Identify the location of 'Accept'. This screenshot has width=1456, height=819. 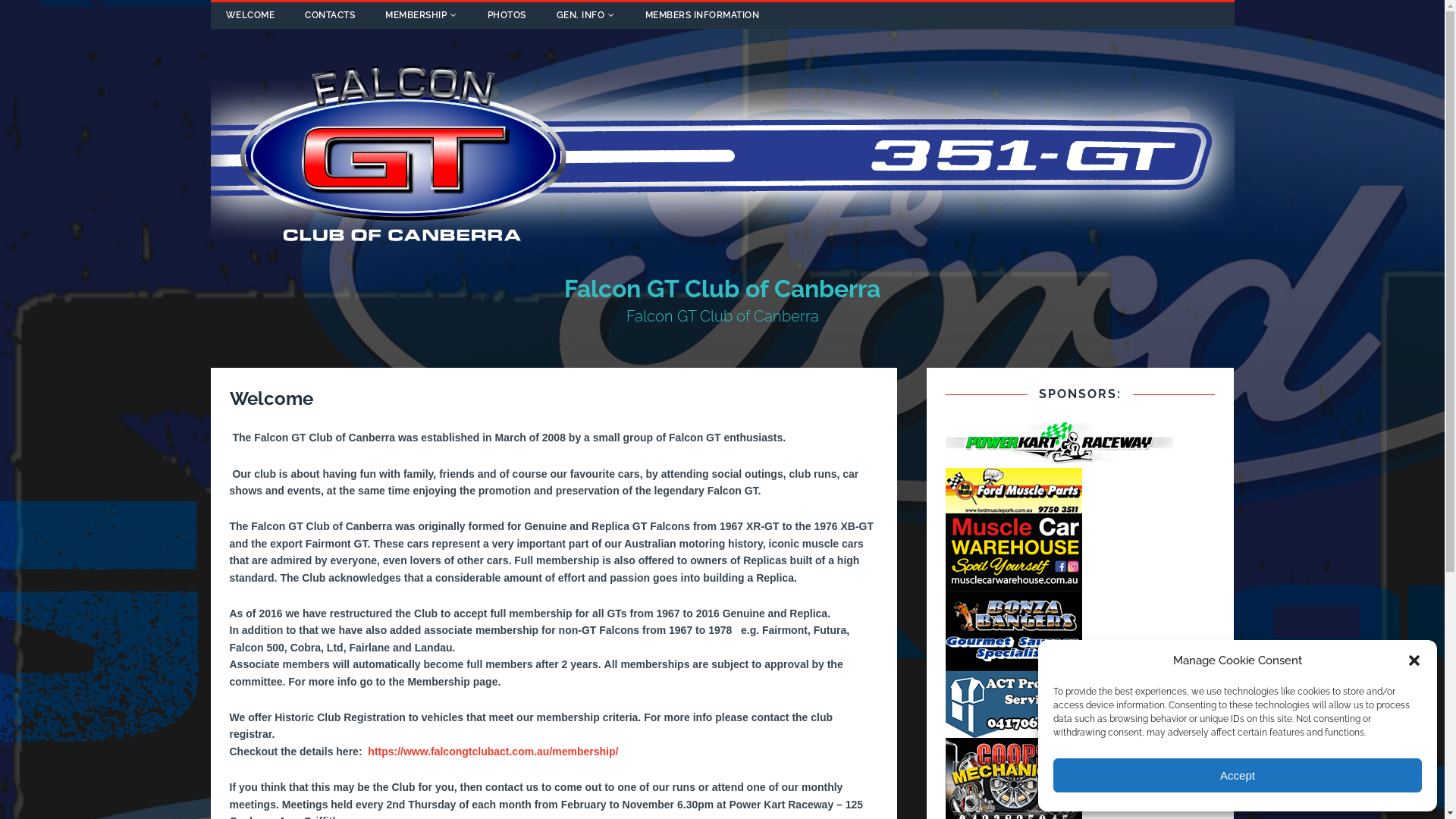
(1238, 775).